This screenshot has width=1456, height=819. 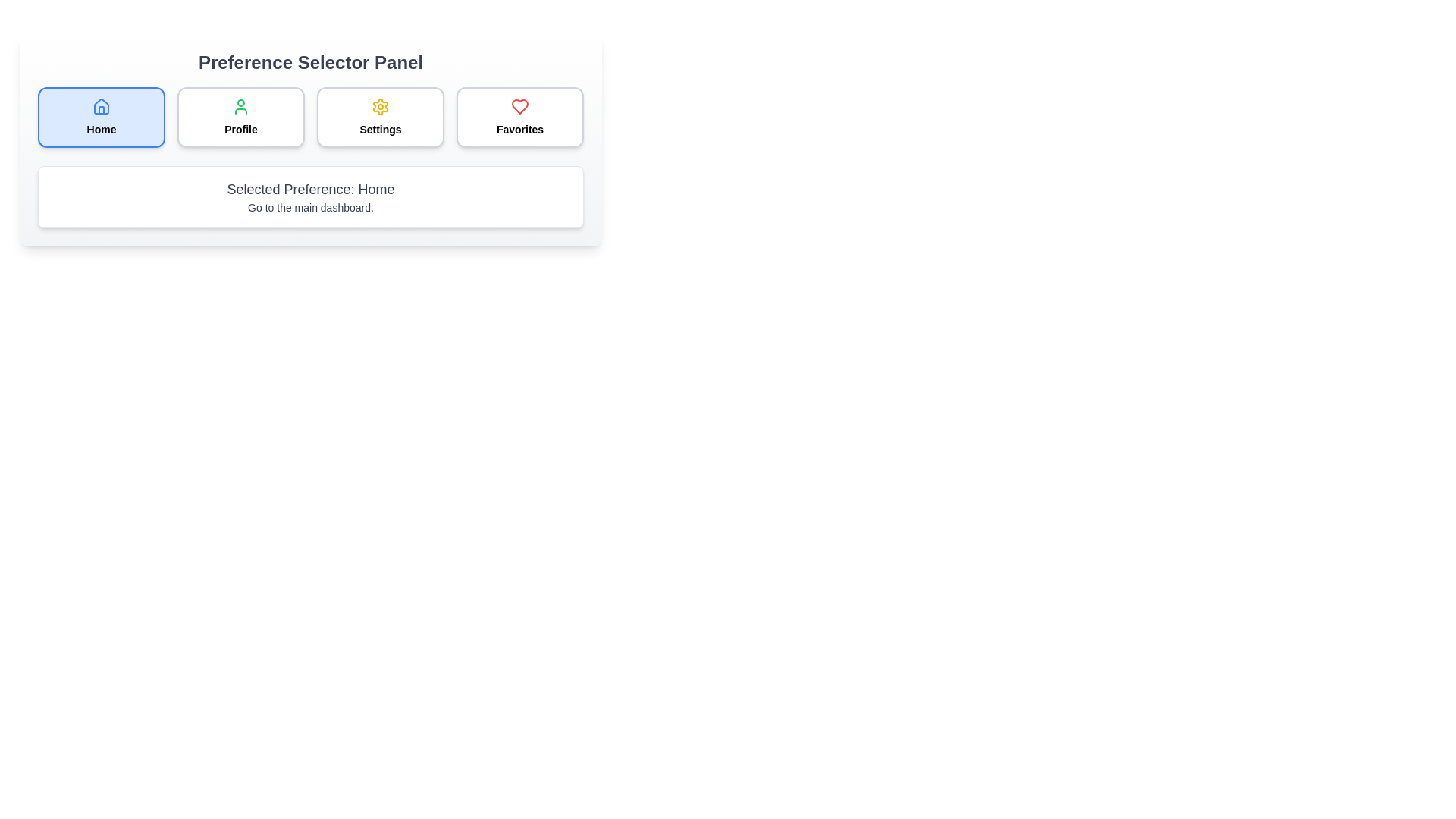 What do you see at coordinates (381, 128) in the screenshot?
I see `the 'Settings' text label, which is the third label in a row of four options, located below the gear icon` at bounding box center [381, 128].